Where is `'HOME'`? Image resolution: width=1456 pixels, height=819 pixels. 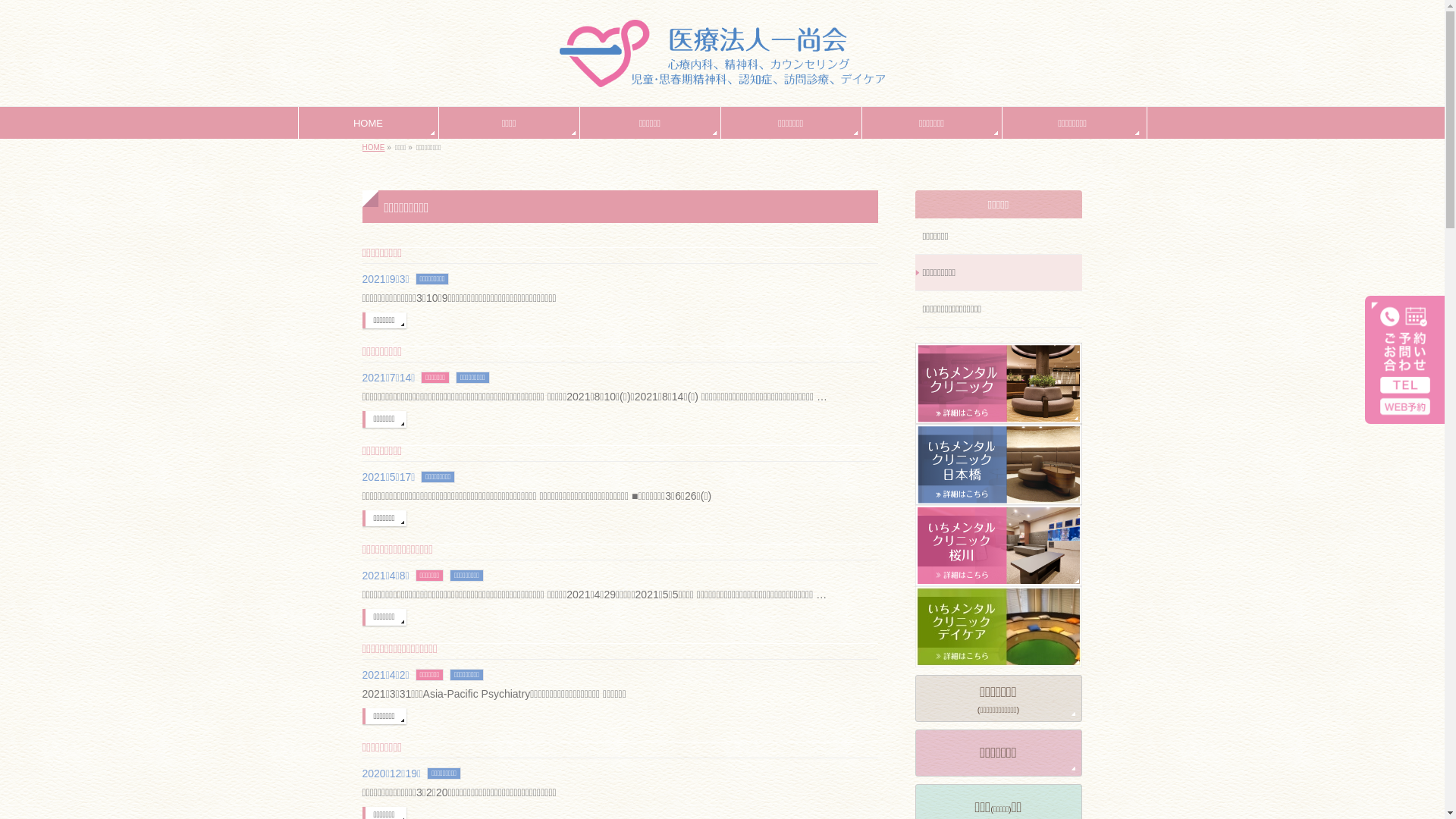 'HOME' is located at coordinates (367, 122).